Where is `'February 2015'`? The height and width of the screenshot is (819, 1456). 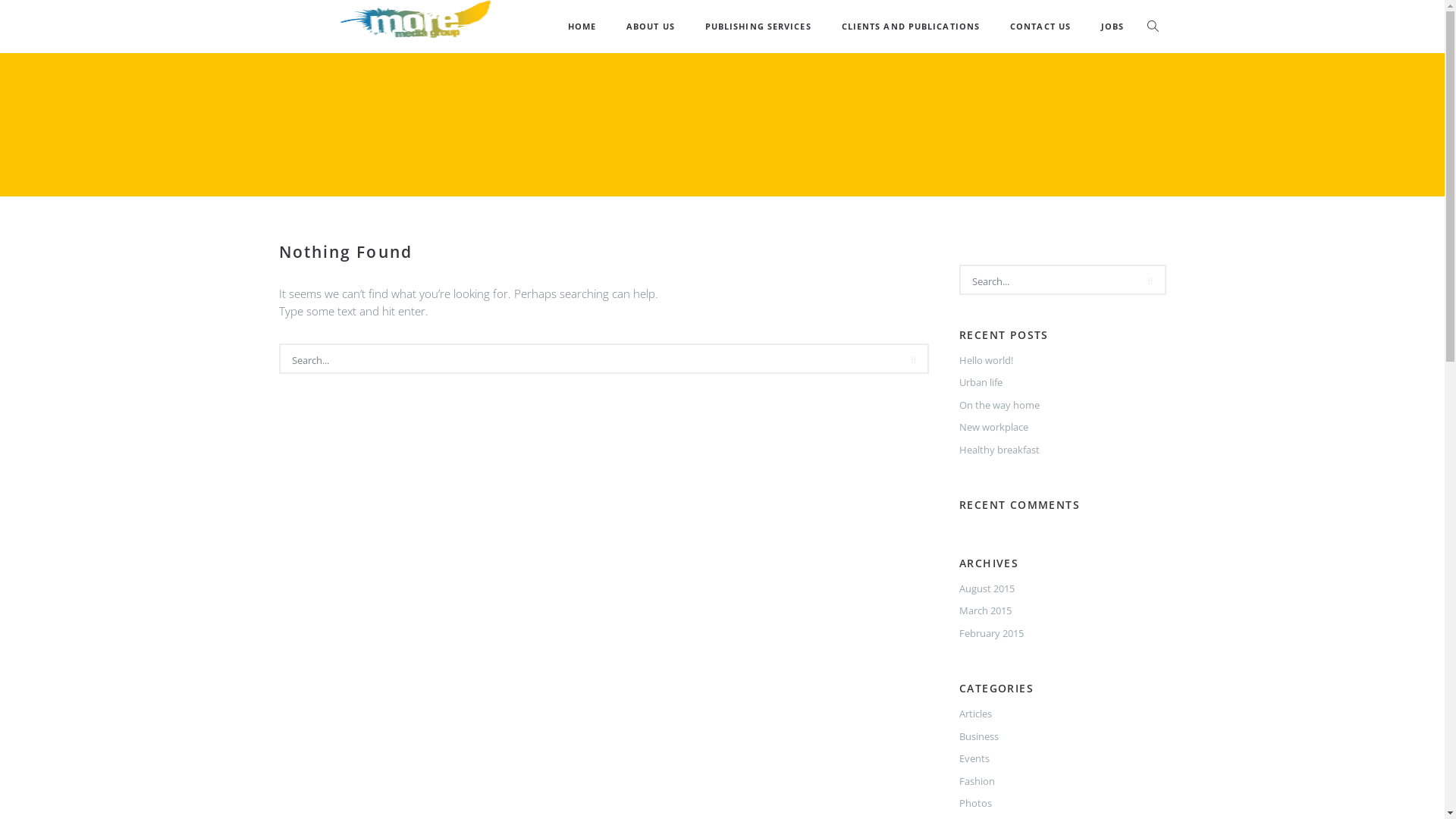
'February 2015' is located at coordinates (991, 632).